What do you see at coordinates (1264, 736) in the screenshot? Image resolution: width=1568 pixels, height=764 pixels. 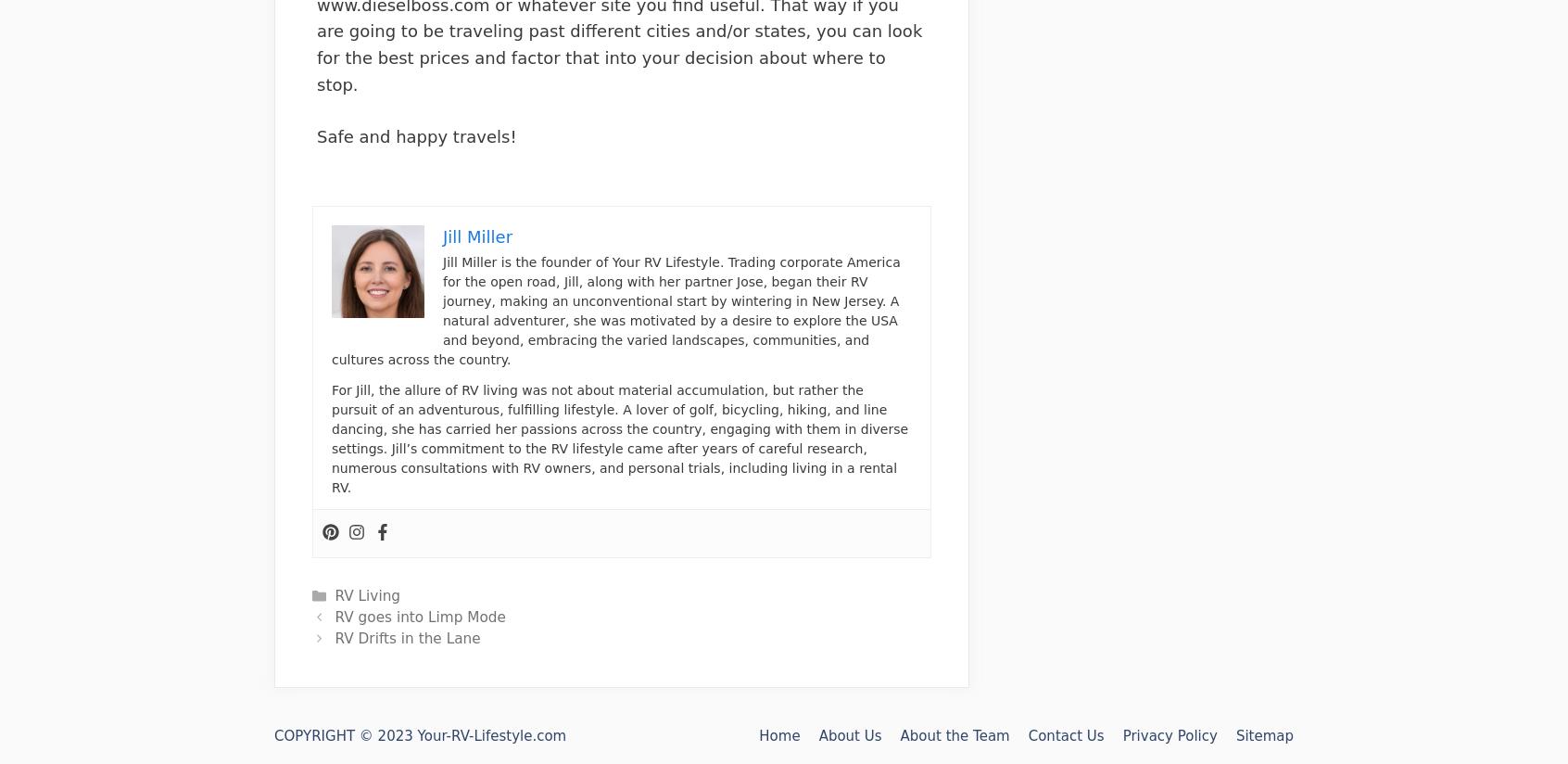 I see `'Sitemap'` at bounding box center [1264, 736].